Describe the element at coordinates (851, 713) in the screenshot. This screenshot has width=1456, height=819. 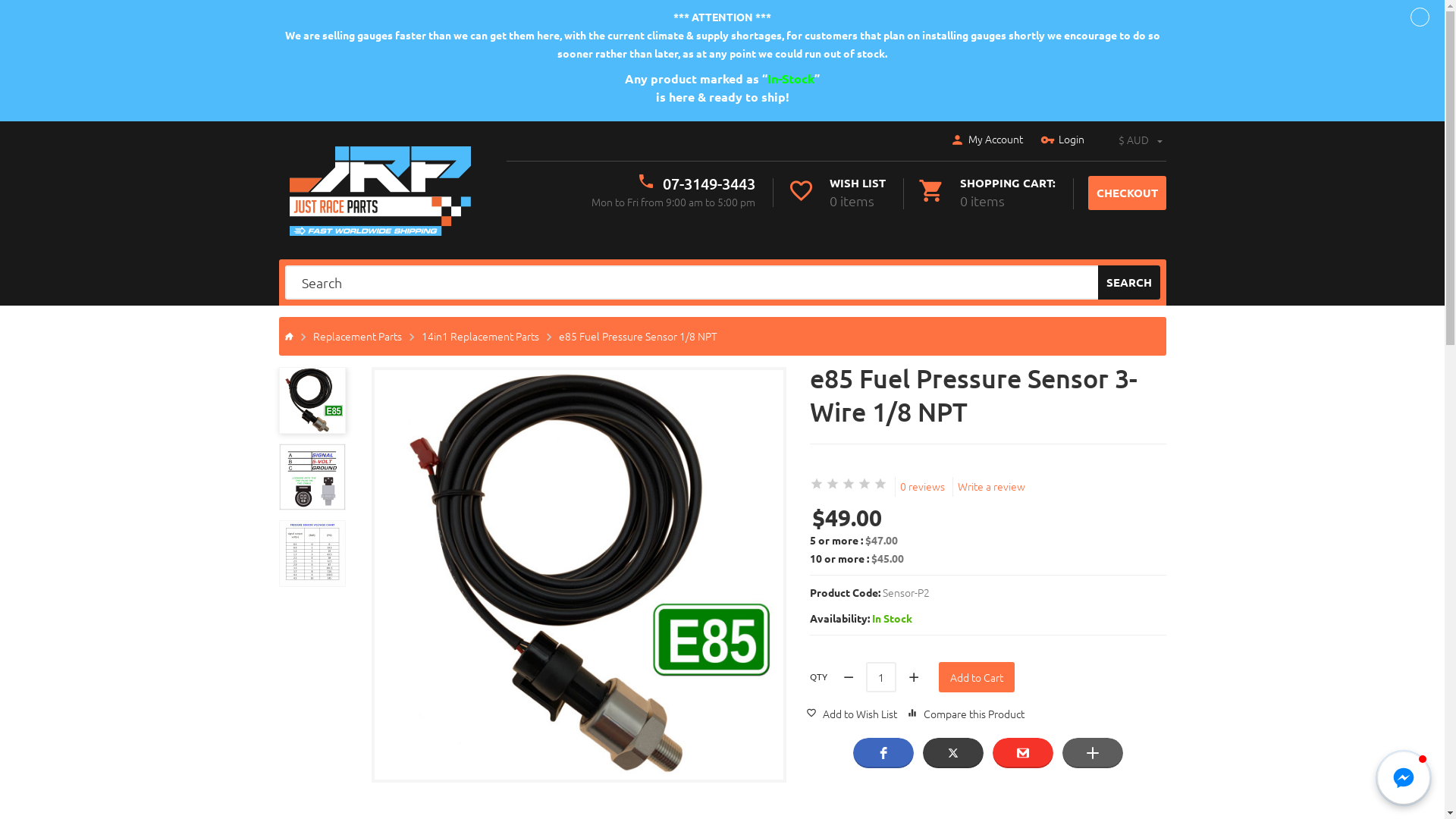
I see `'Add to Wish List'` at that location.